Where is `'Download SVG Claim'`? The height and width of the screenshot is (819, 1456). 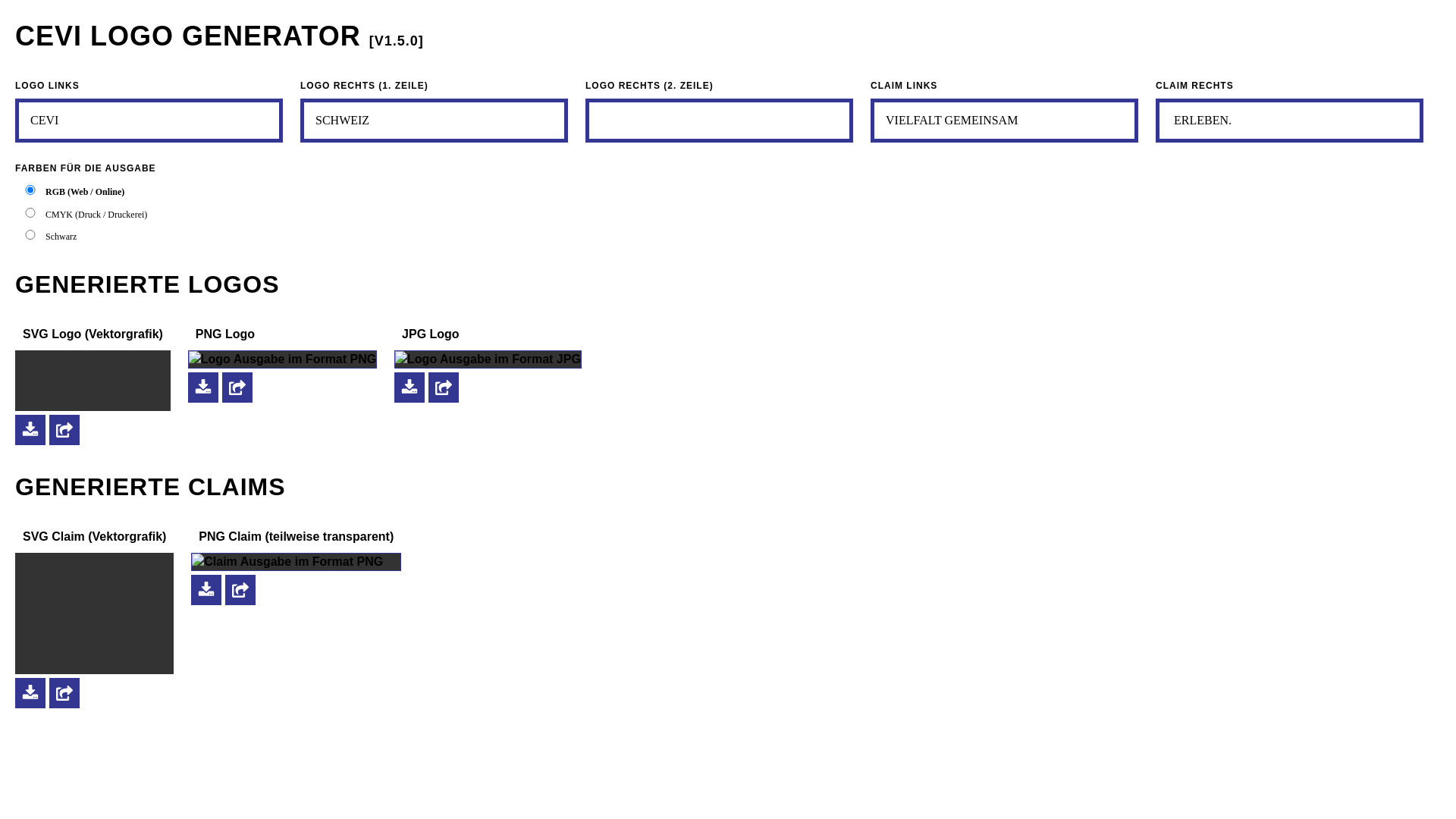 'Download SVG Claim' is located at coordinates (14, 693).